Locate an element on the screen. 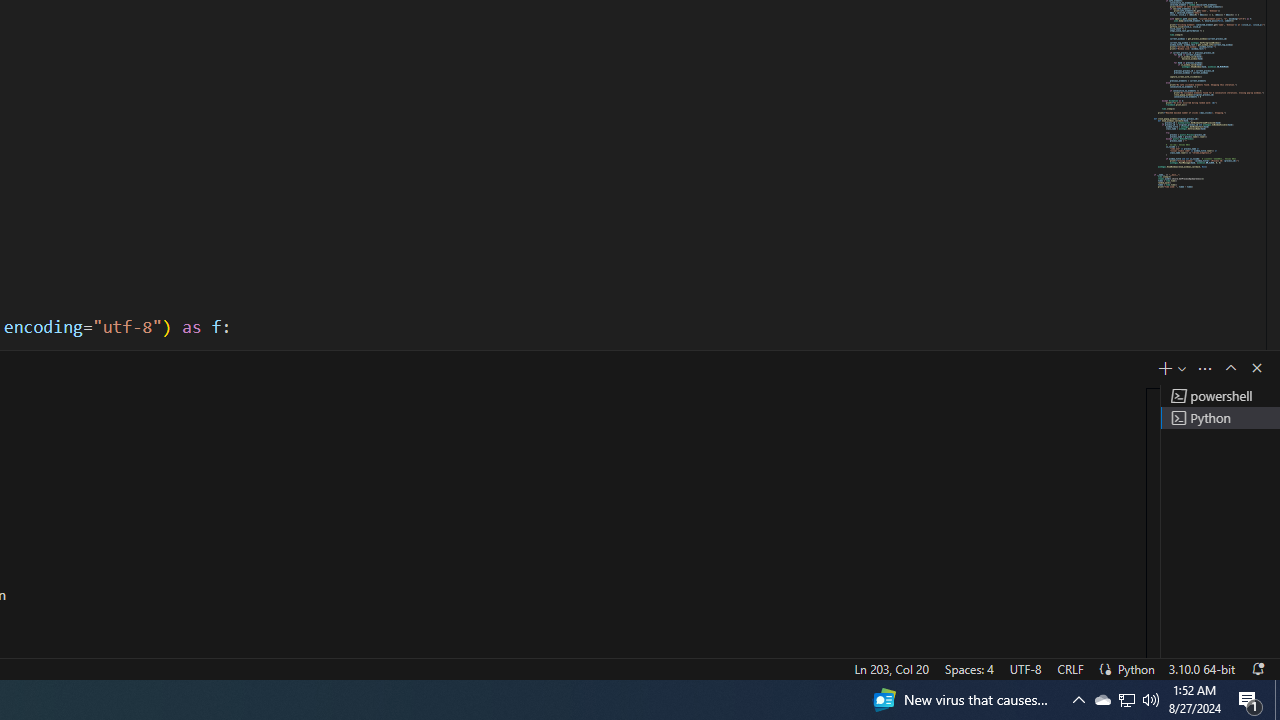  'Spaces: 4' is located at coordinates (968, 668).